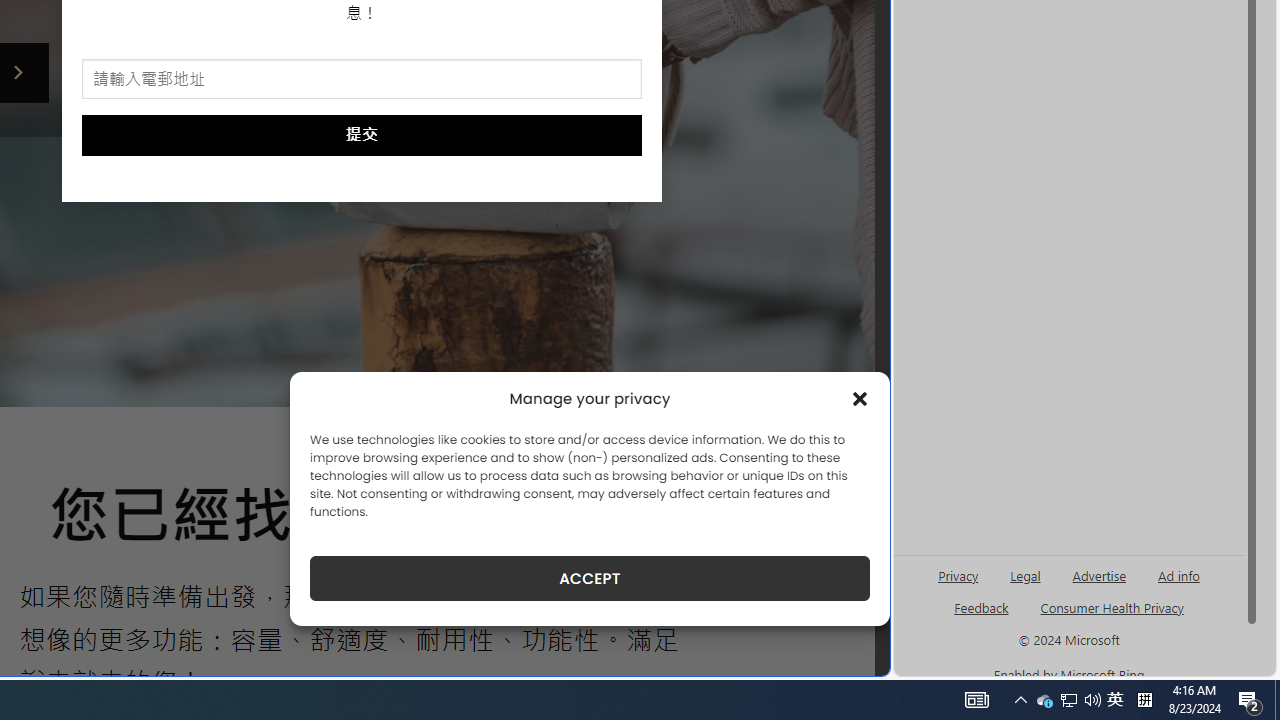 The image size is (1280, 720). I want to click on 'AutomationID: input_5_1', so click(362, 78).